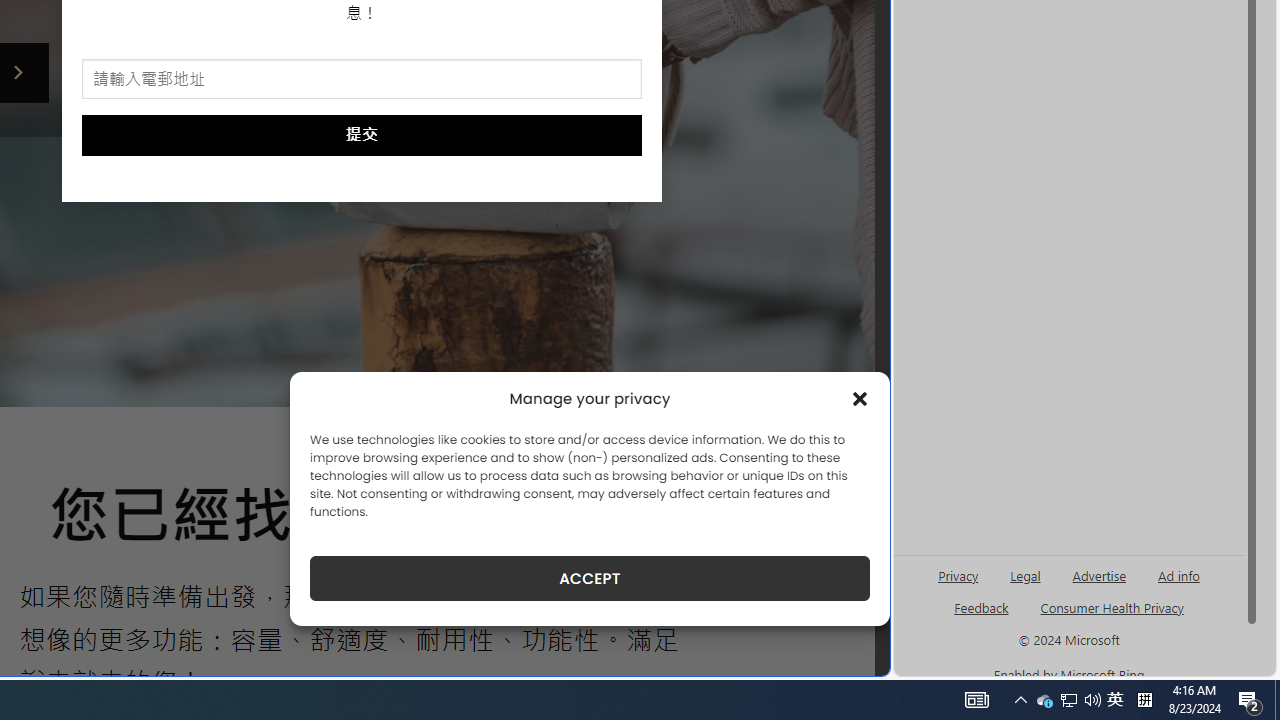 The image size is (1280, 720). I want to click on 'AutomationID: input_5_1', so click(362, 78).